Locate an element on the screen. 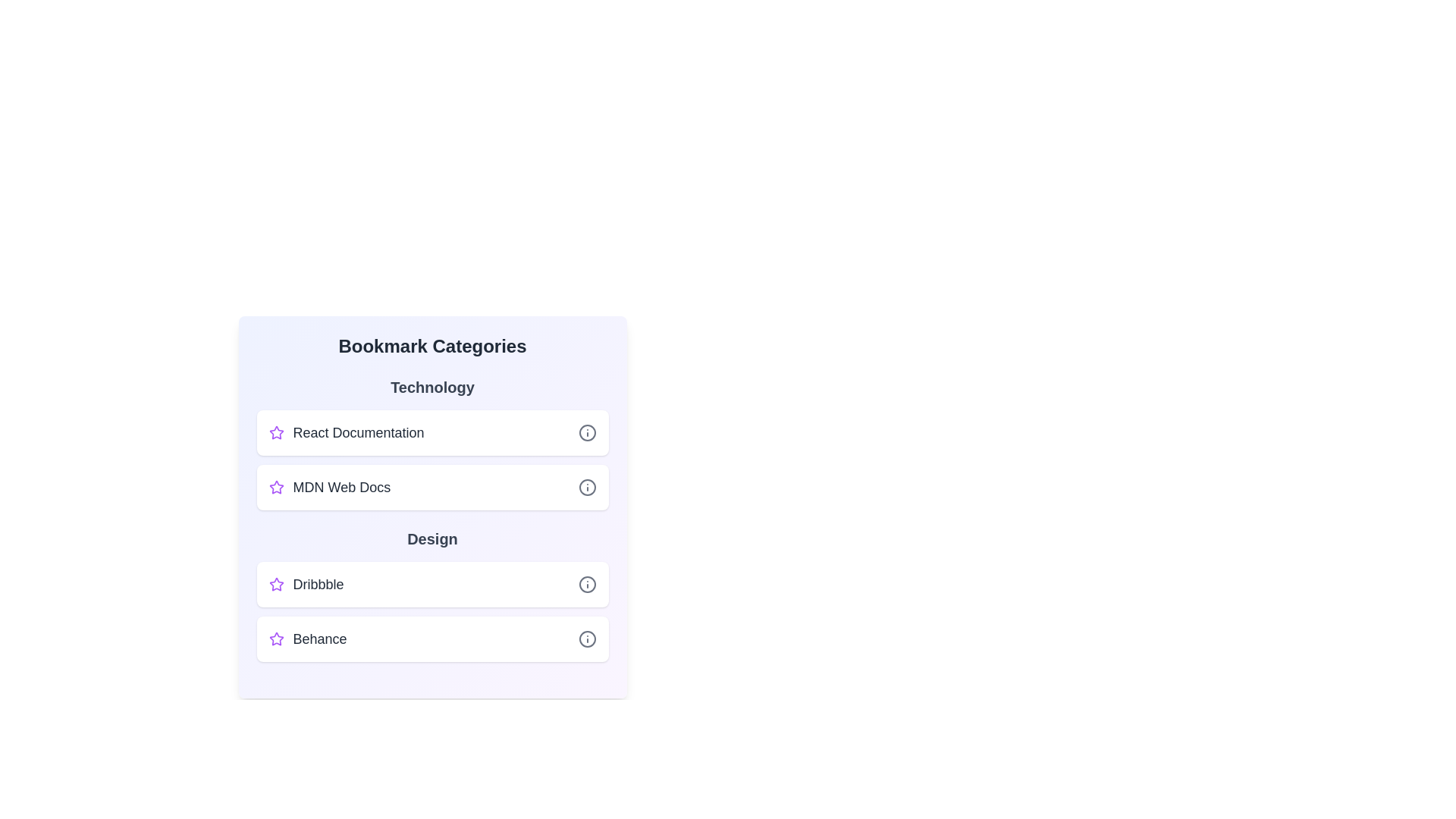 The height and width of the screenshot is (819, 1456). information icon next to the bookmark titled Behance is located at coordinates (586, 639).